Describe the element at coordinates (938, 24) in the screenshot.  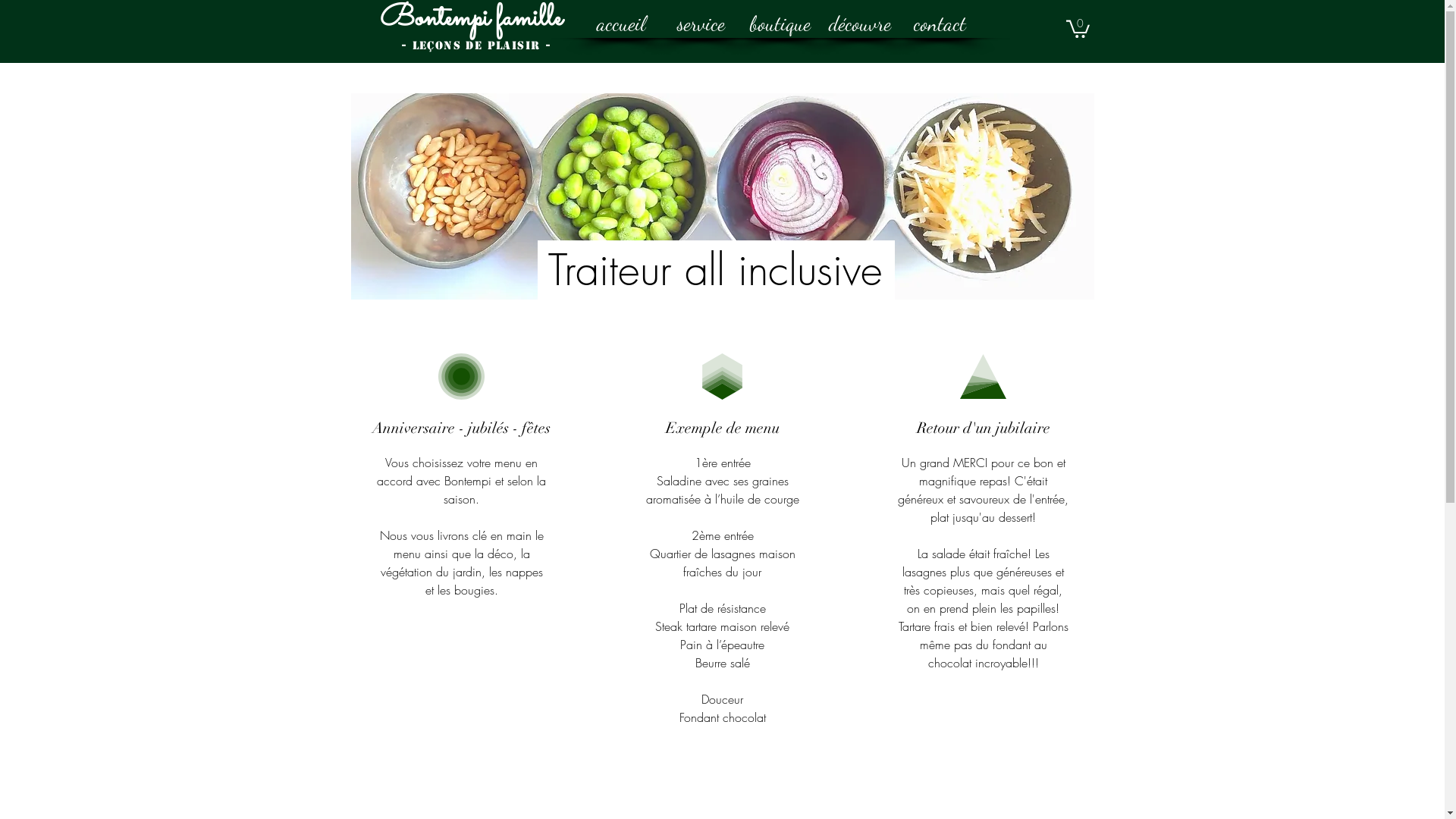
I see `'contact'` at that location.